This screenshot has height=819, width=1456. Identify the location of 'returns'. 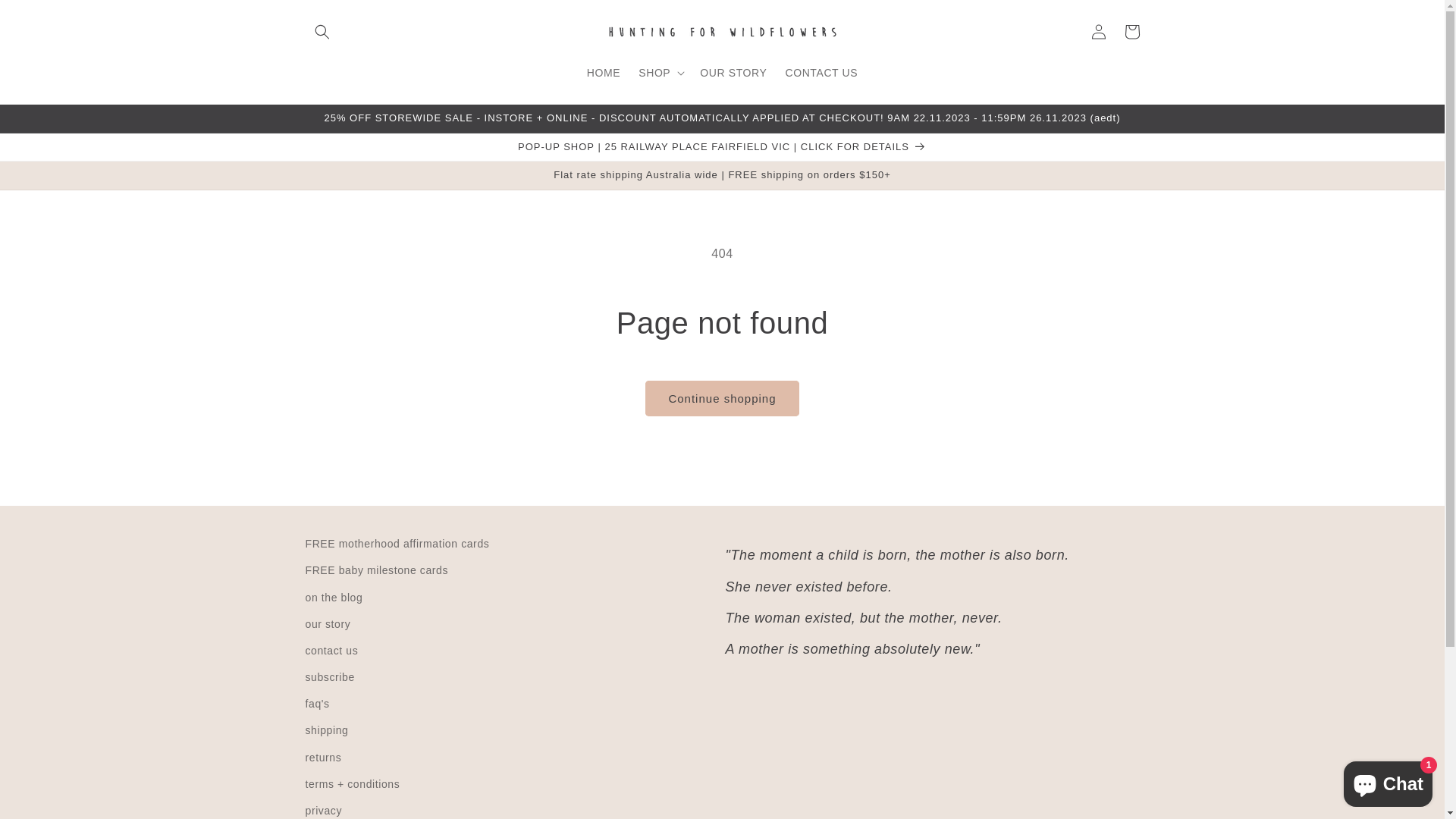
(322, 758).